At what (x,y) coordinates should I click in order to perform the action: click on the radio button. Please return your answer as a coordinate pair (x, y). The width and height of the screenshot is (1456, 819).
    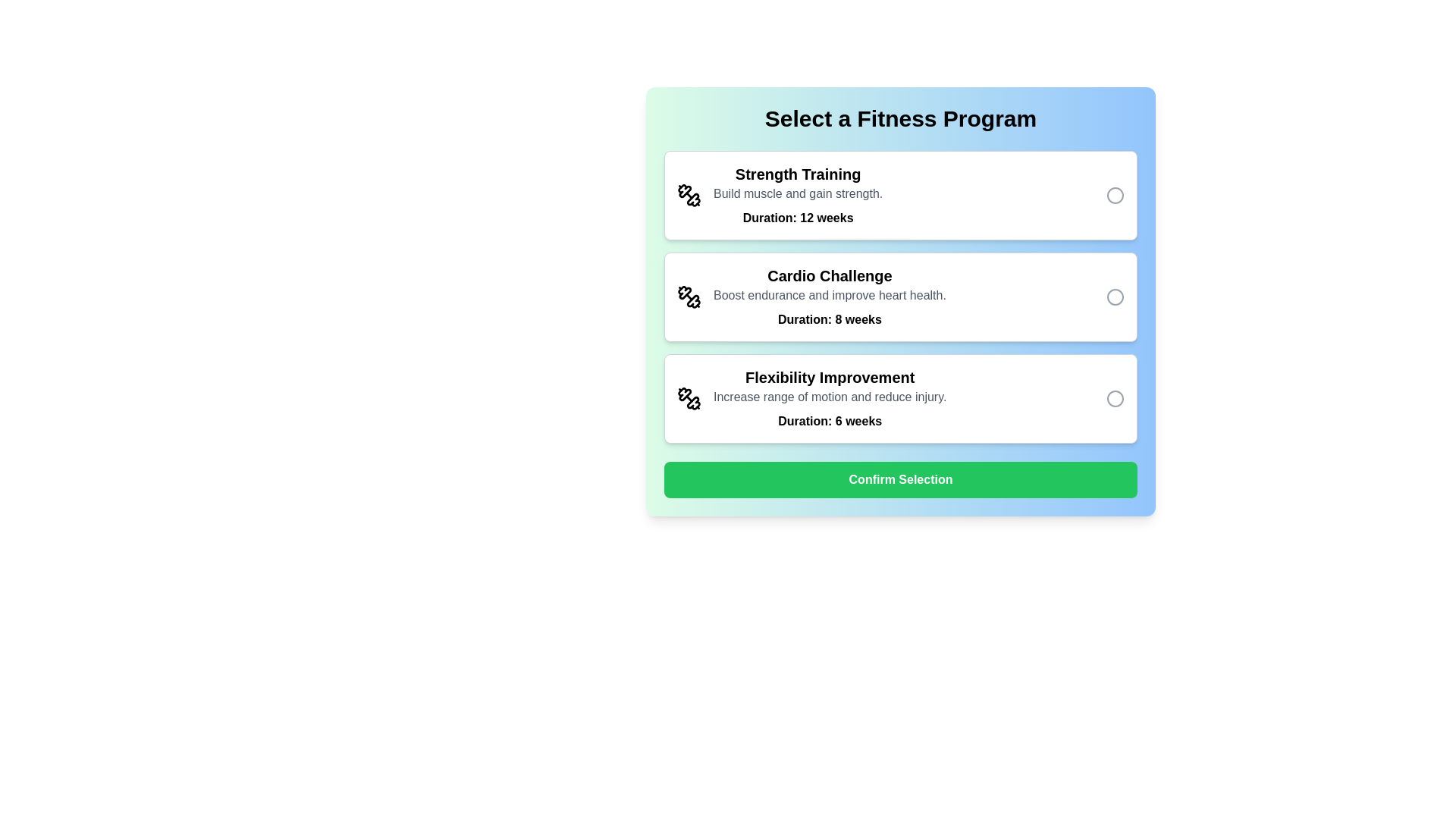
    Looking at the image, I should click on (1115, 297).